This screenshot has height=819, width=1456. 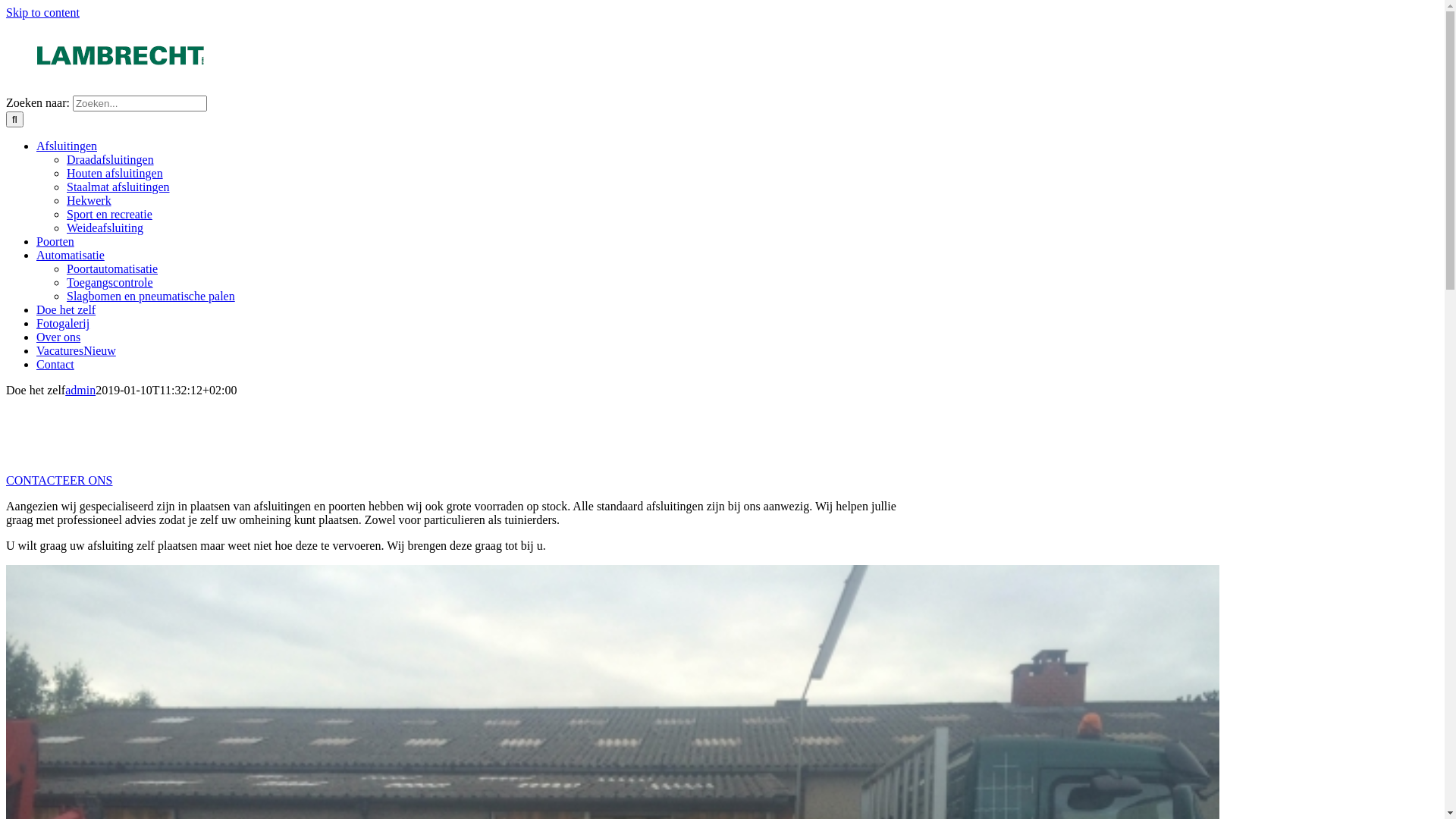 I want to click on 'Sport en recreatie', so click(x=108, y=214).